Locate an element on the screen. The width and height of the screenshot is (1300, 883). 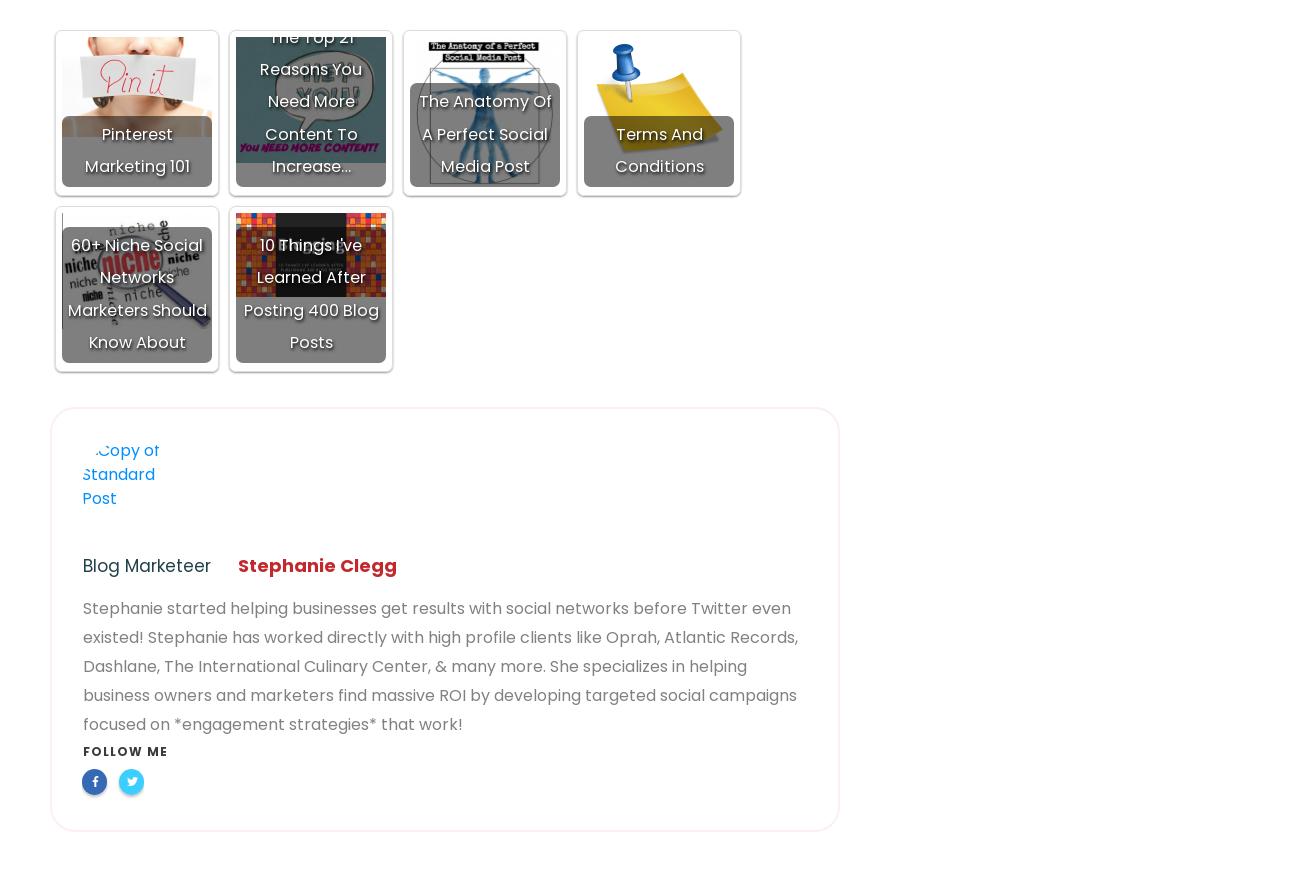
'Stephanie started helping businesses get results with social networks before Twitter even existed!   Stephanie has worked directly with high profile clients like Oprah, Atlantic Records, Dashlane, The International Culinary Center, & many more.  She specializes in helping business owners and marketers find massive ROI by developing targeted social campaigns focused on *engagement strategies* that work!' is located at coordinates (439, 664).